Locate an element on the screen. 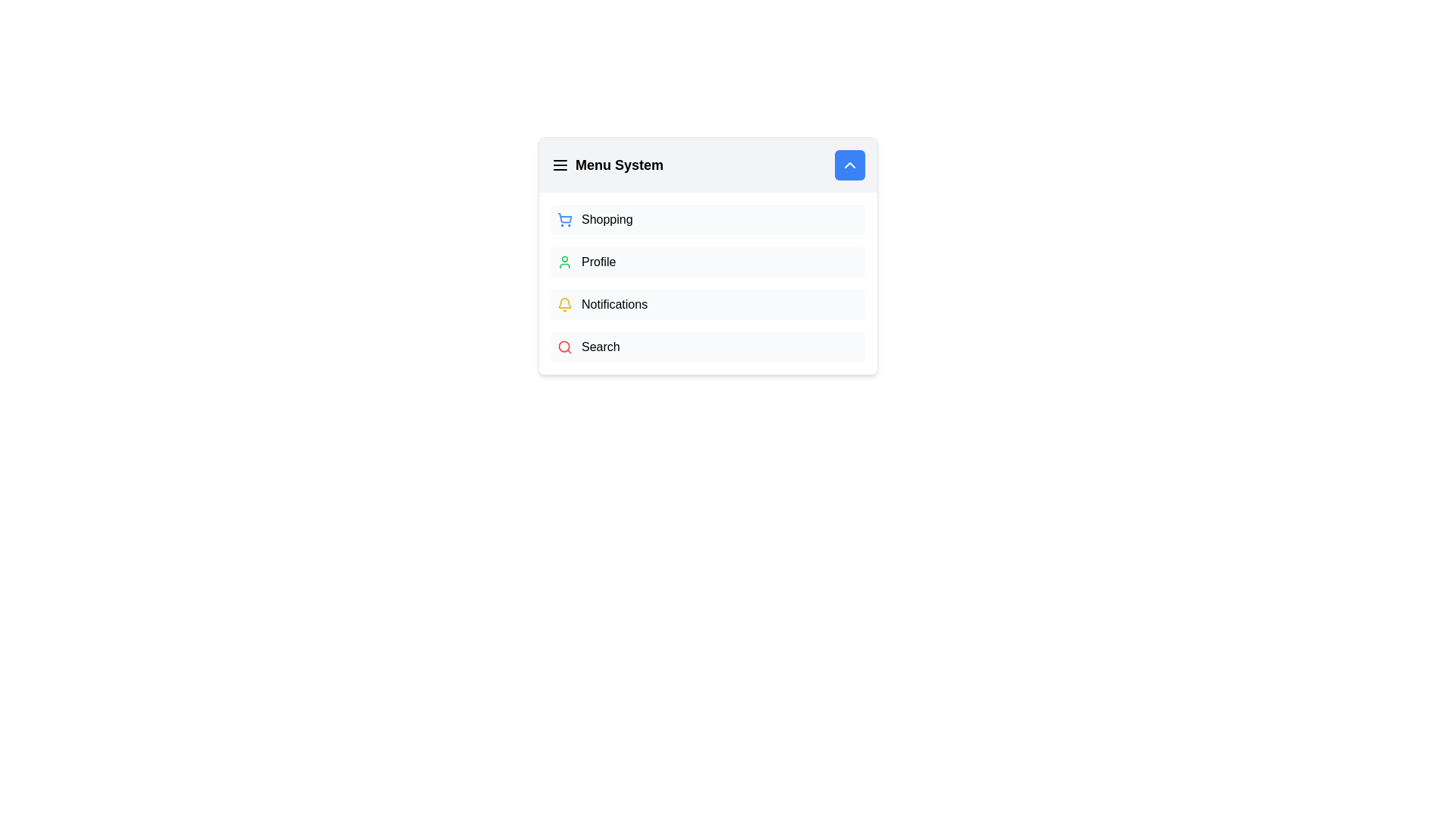 The image size is (1456, 819). the 'Shopping' menu option text label that is aligned to the right of the shopping cart icon, which is the first entry in the vertical list of menu items is located at coordinates (607, 219).